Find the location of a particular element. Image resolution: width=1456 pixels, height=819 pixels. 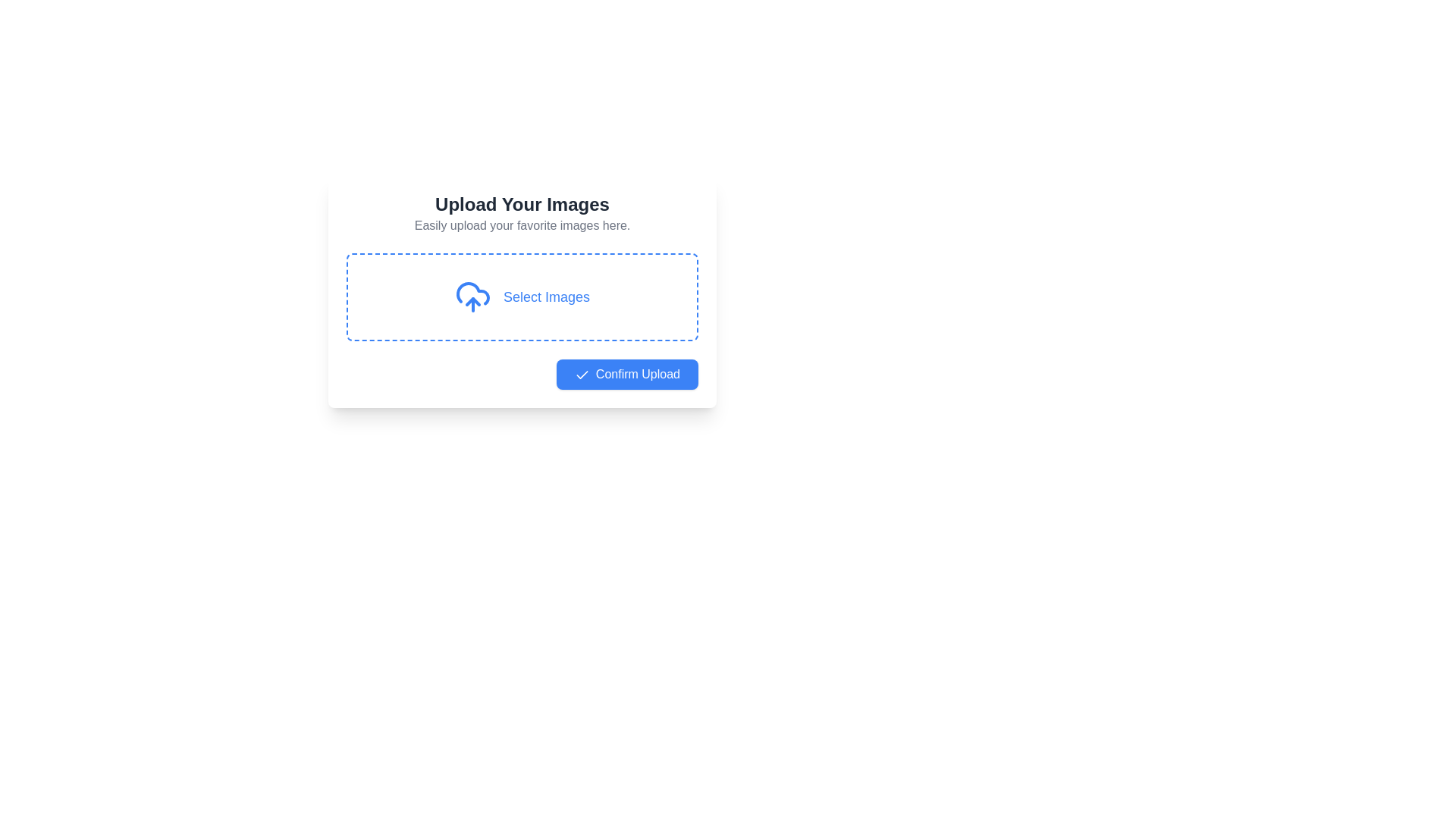

the textual header labeled 'Upload Your Images', which is styled with large bold letters and located at the top center of the section is located at coordinates (522, 205).